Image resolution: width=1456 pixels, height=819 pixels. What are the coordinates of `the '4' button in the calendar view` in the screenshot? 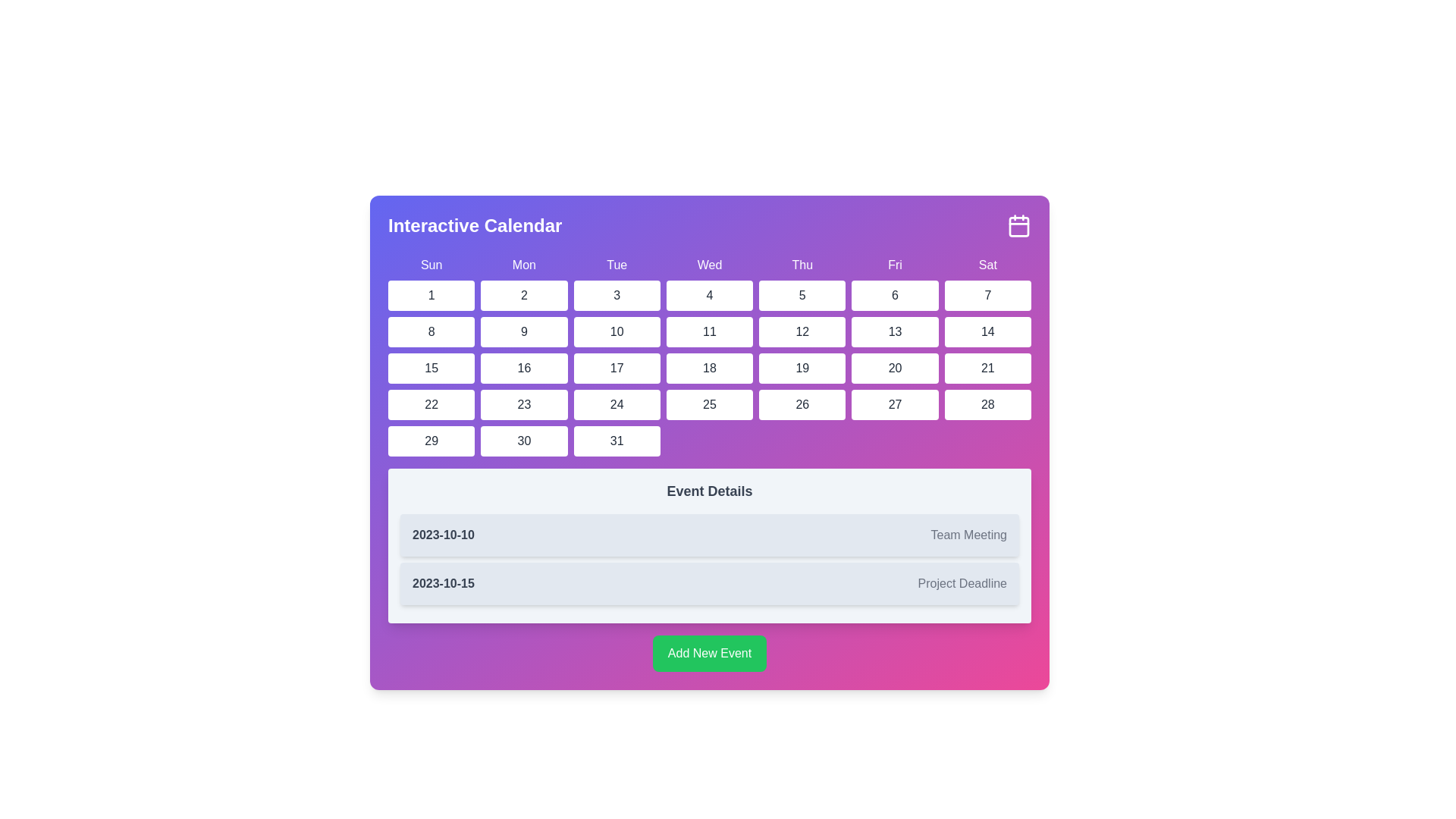 It's located at (709, 295).